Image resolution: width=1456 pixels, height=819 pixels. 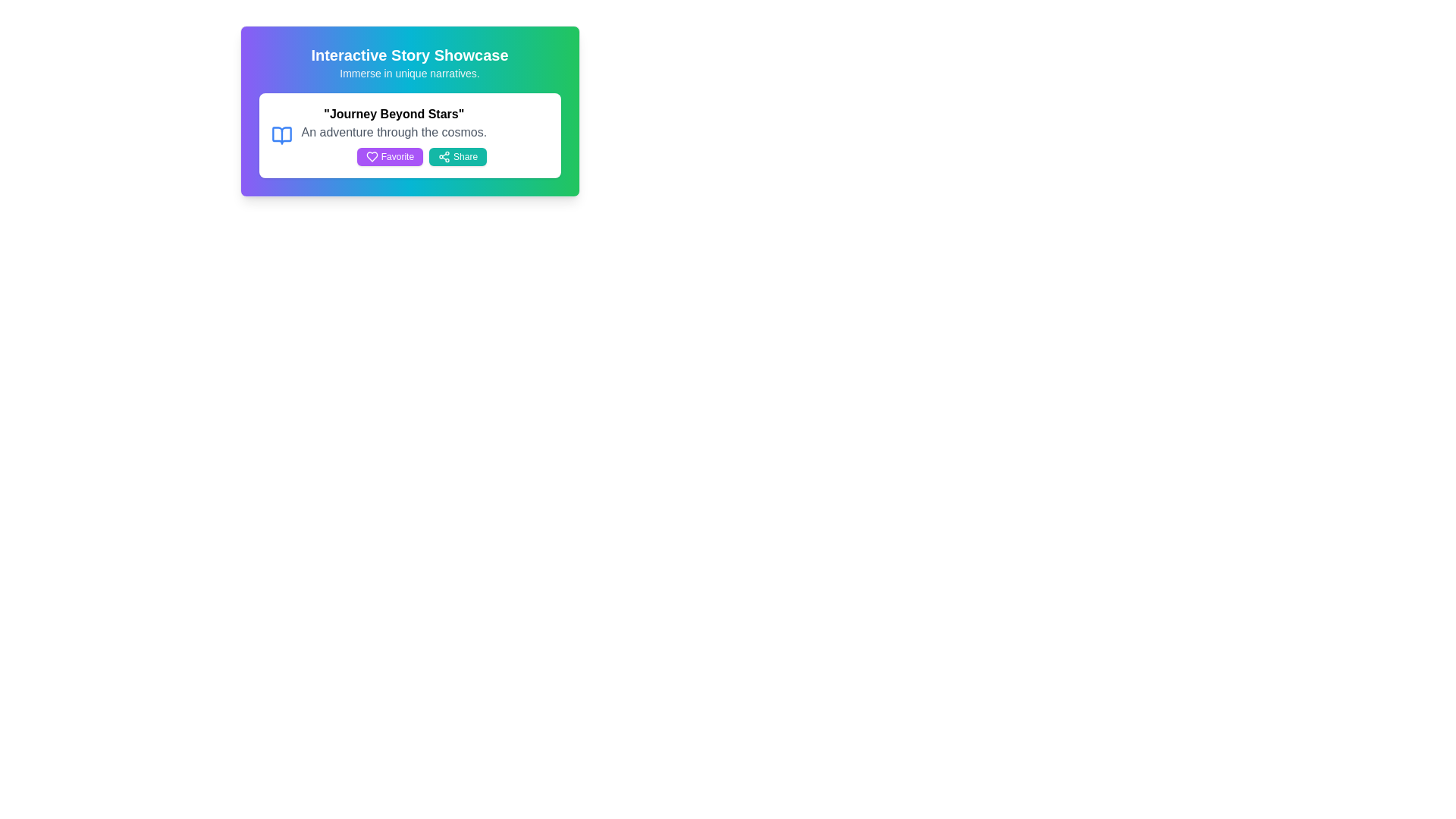 I want to click on the 'Favorite' button with a purple background and heart-shaped icon located in the bottom-right section of a card to mark it as favorite, so click(x=390, y=157).